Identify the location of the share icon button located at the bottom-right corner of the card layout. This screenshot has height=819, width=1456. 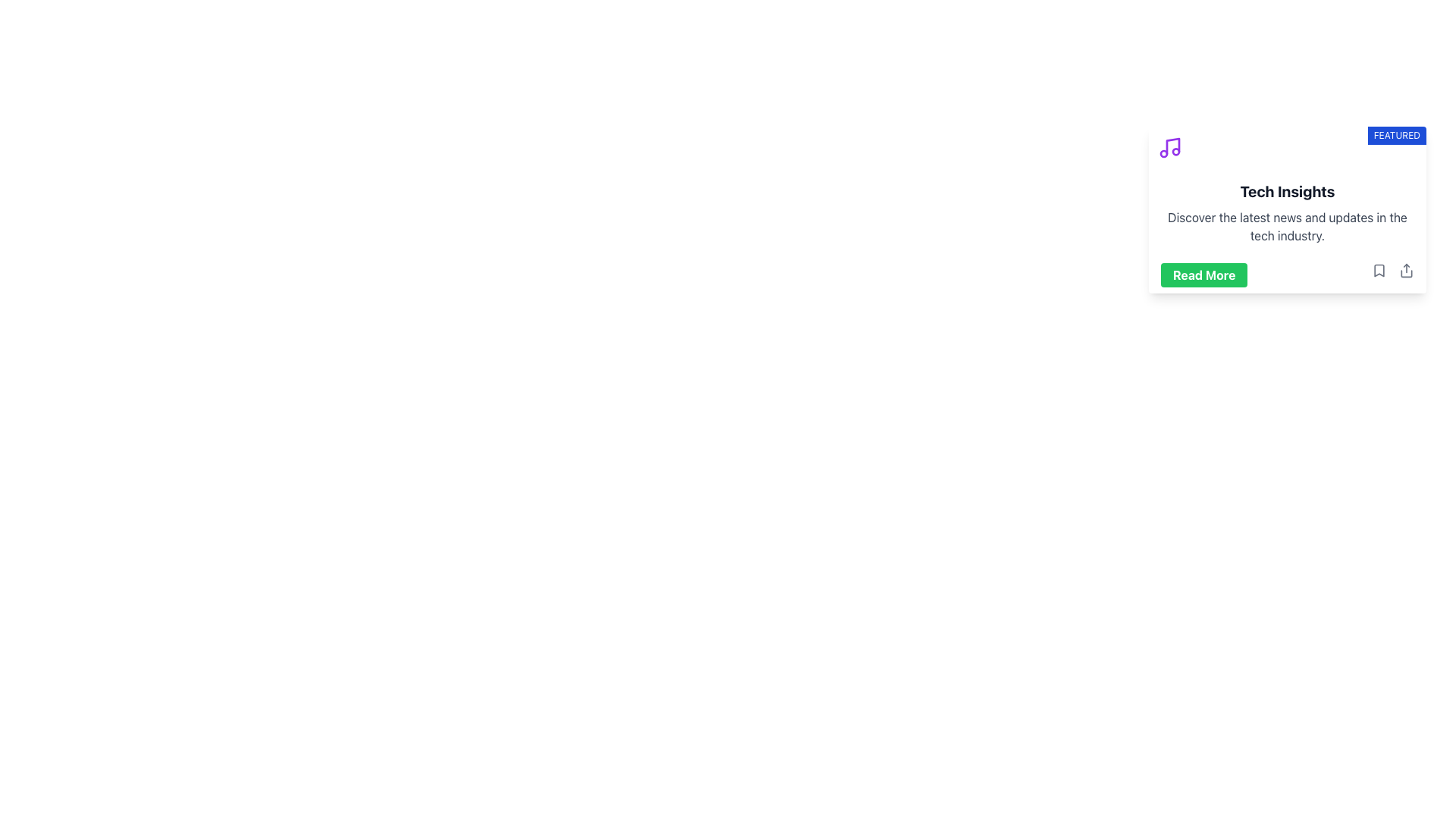
(1405, 270).